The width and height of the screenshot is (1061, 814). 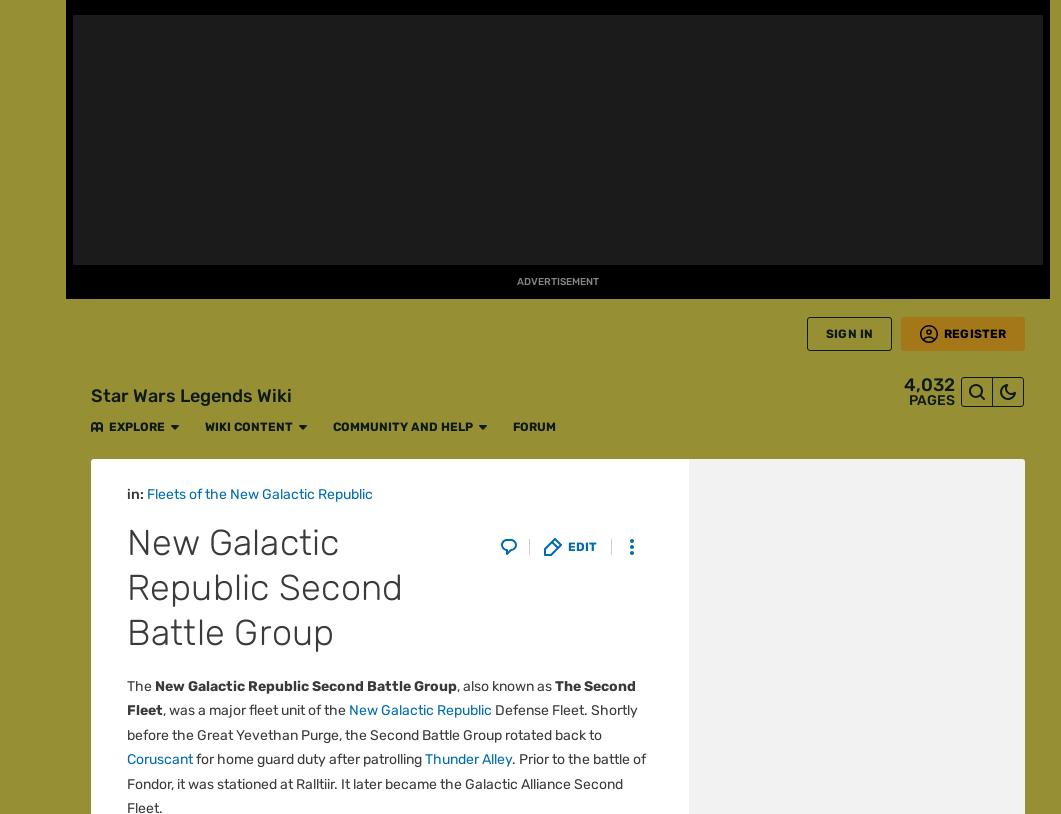 What do you see at coordinates (388, 150) in the screenshot?
I see `'Be the first to comment on New Galactic Republic Second Battle Group!'` at bounding box center [388, 150].